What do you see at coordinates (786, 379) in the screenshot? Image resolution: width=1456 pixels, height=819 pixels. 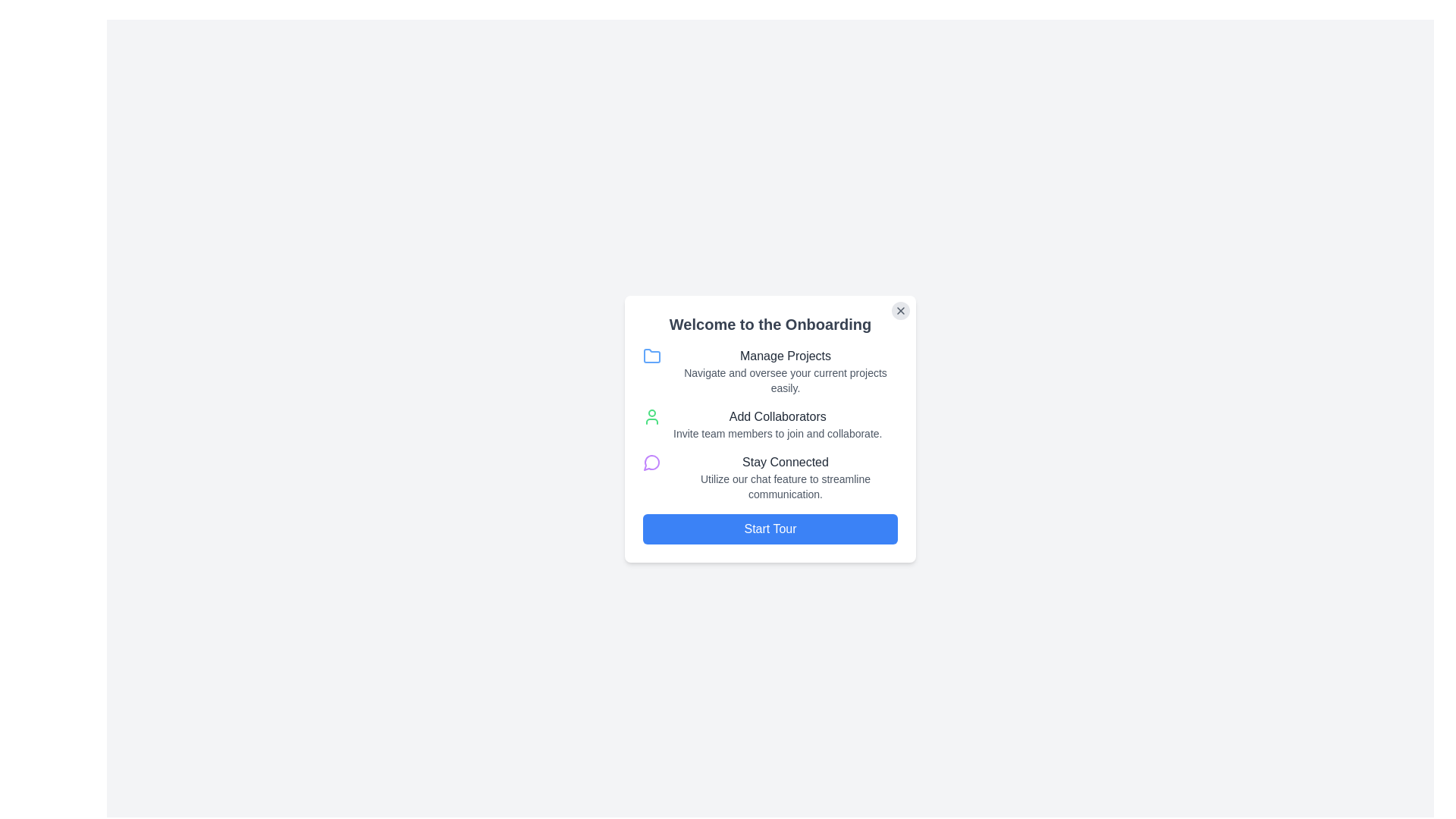 I see `the explanatory subtitle text located centrally within the onboarding card, directly under the 'Manage Projects' title` at bounding box center [786, 379].